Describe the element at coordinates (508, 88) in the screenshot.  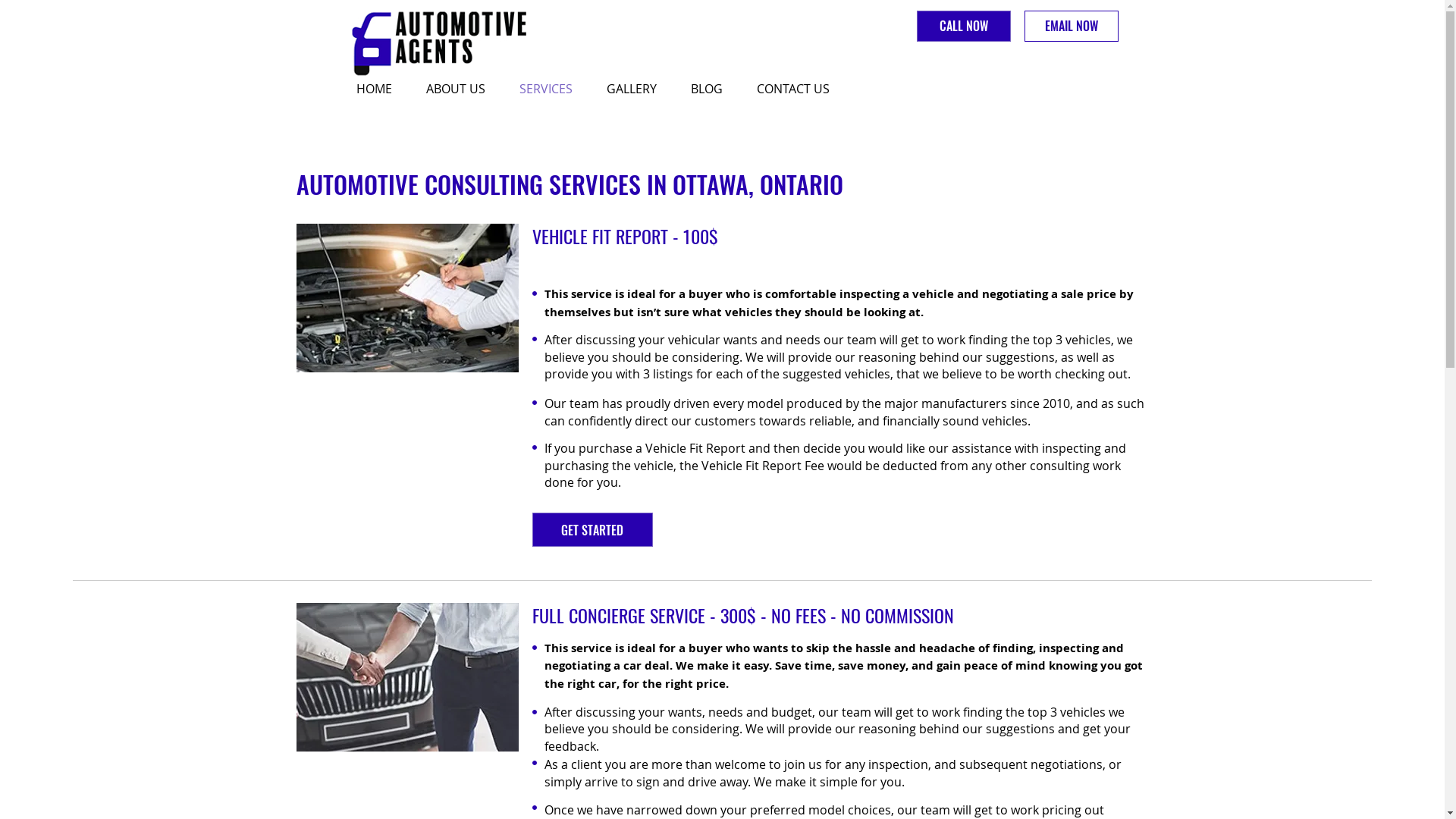
I see `'SERVICES'` at that location.